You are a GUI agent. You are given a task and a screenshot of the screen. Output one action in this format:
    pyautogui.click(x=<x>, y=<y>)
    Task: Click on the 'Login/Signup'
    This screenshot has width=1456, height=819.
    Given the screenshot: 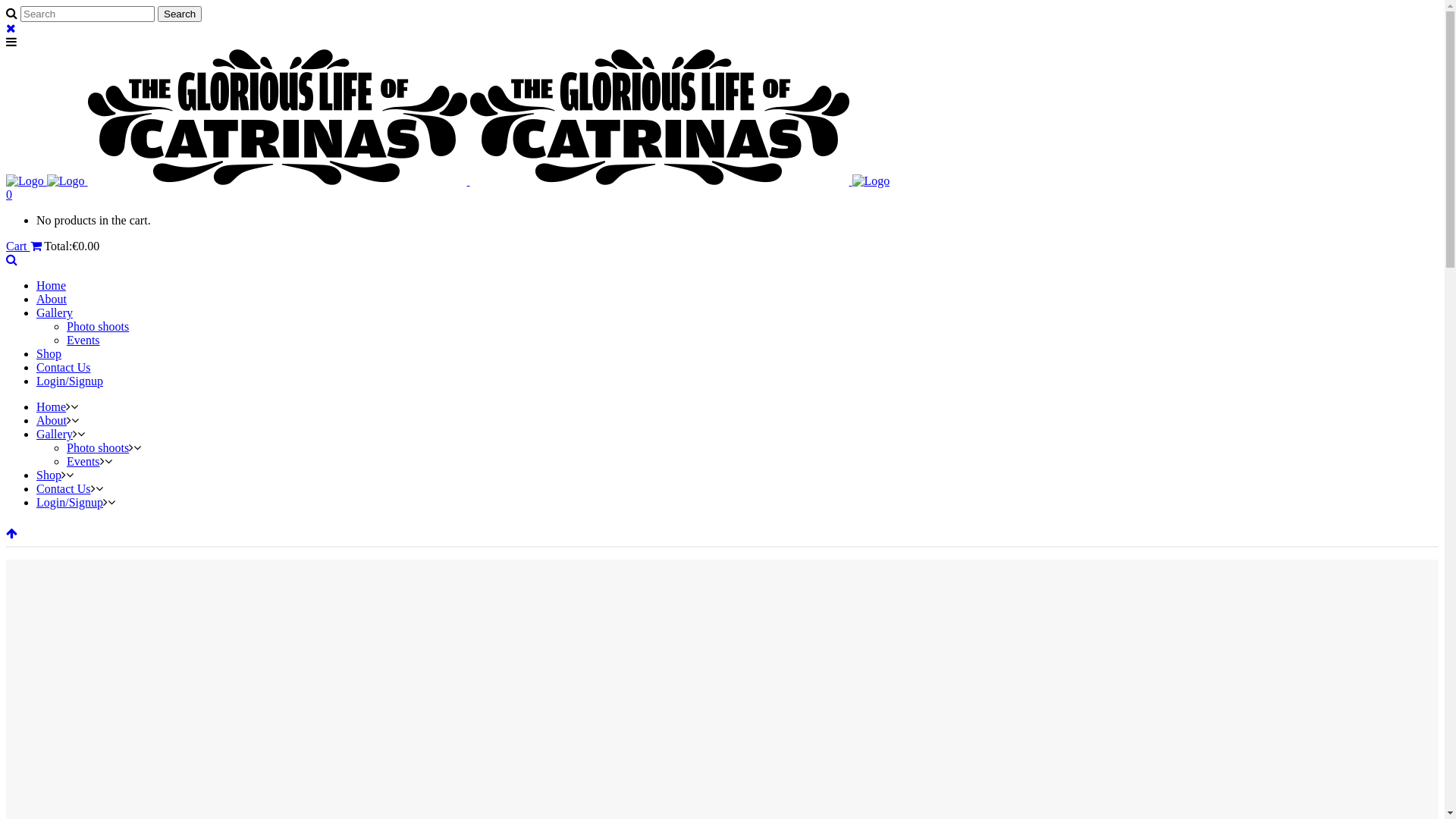 What is the action you would take?
    pyautogui.click(x=36, y=502)
    